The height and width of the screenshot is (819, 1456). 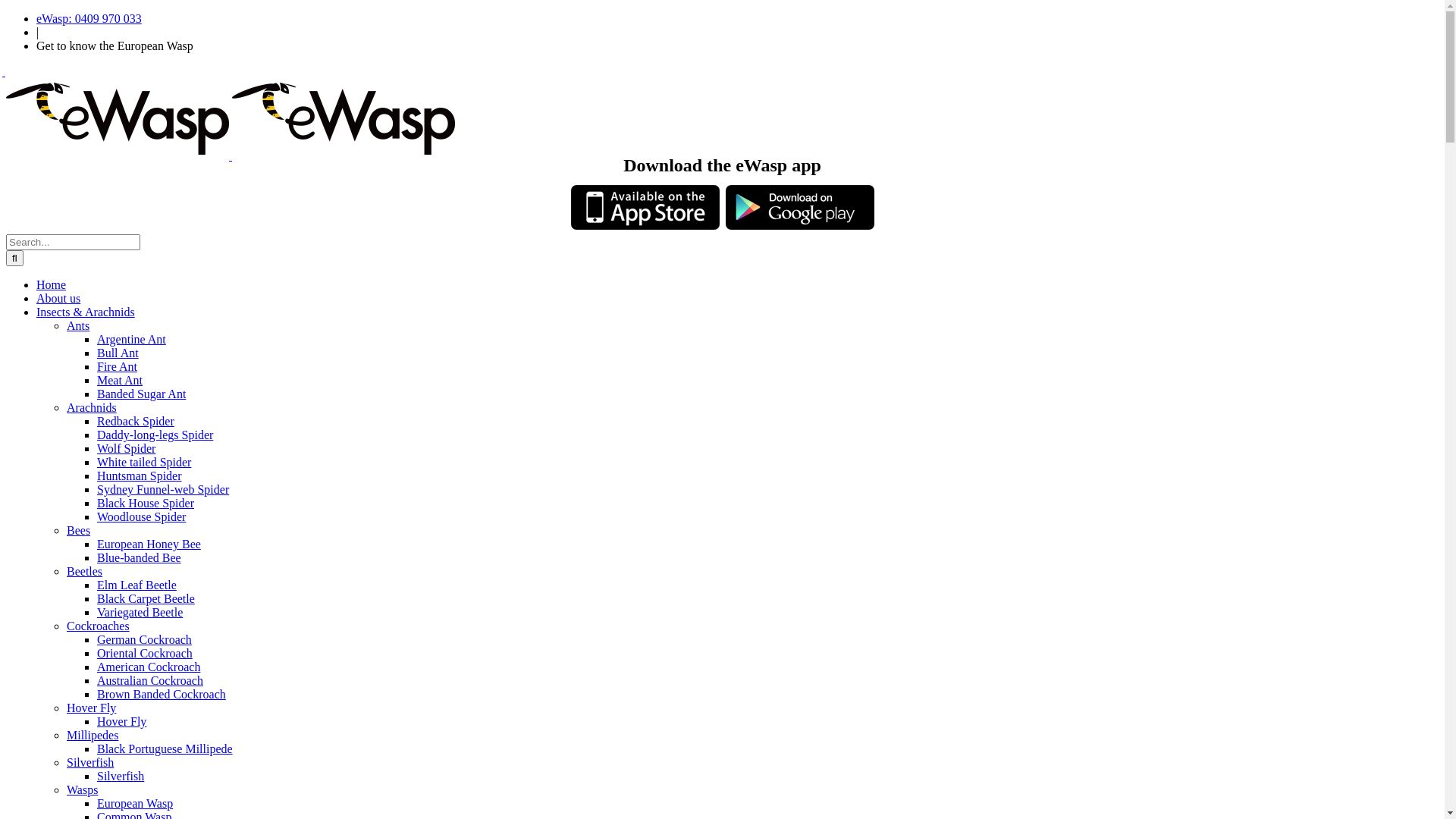 I want to click on 'Black House Spider', so click(x=146, y=503).